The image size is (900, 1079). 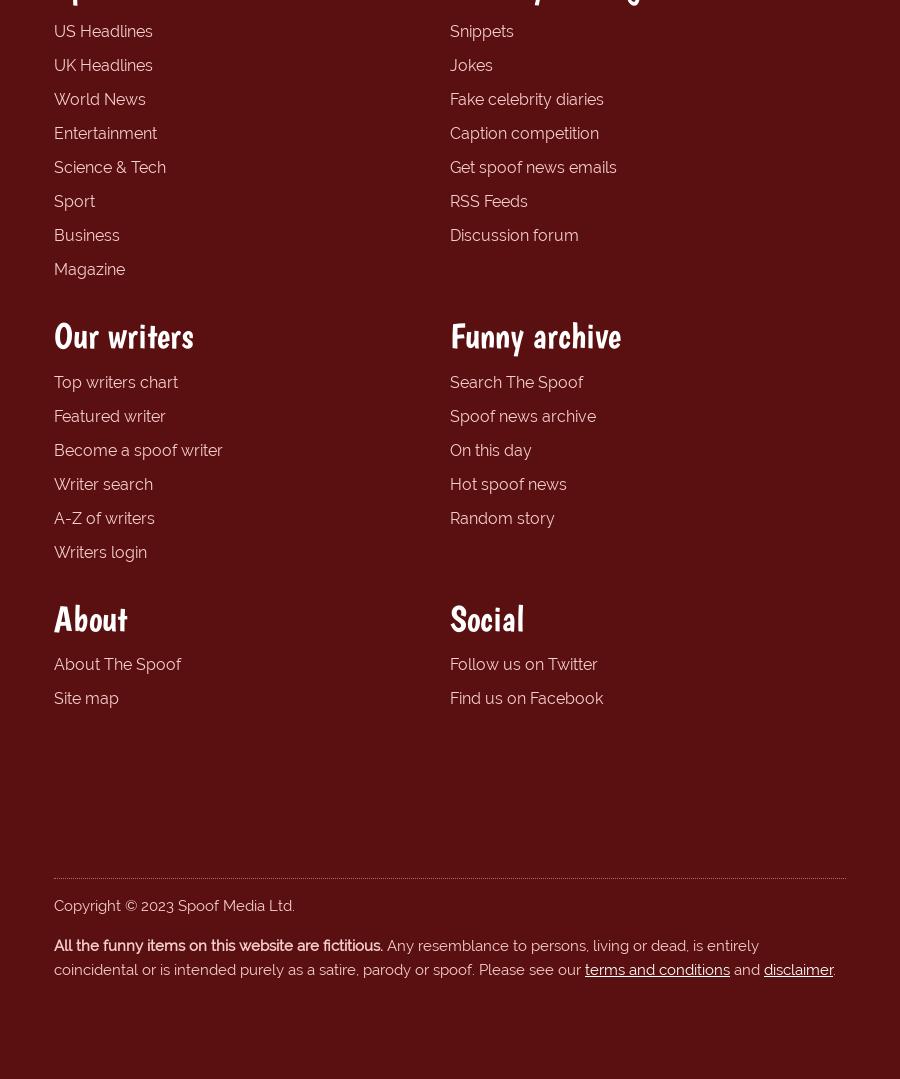 What do you see at coordinates (123, 334) in the screenshot?
I see `'Our writers'` at bounding box center [123, 334].